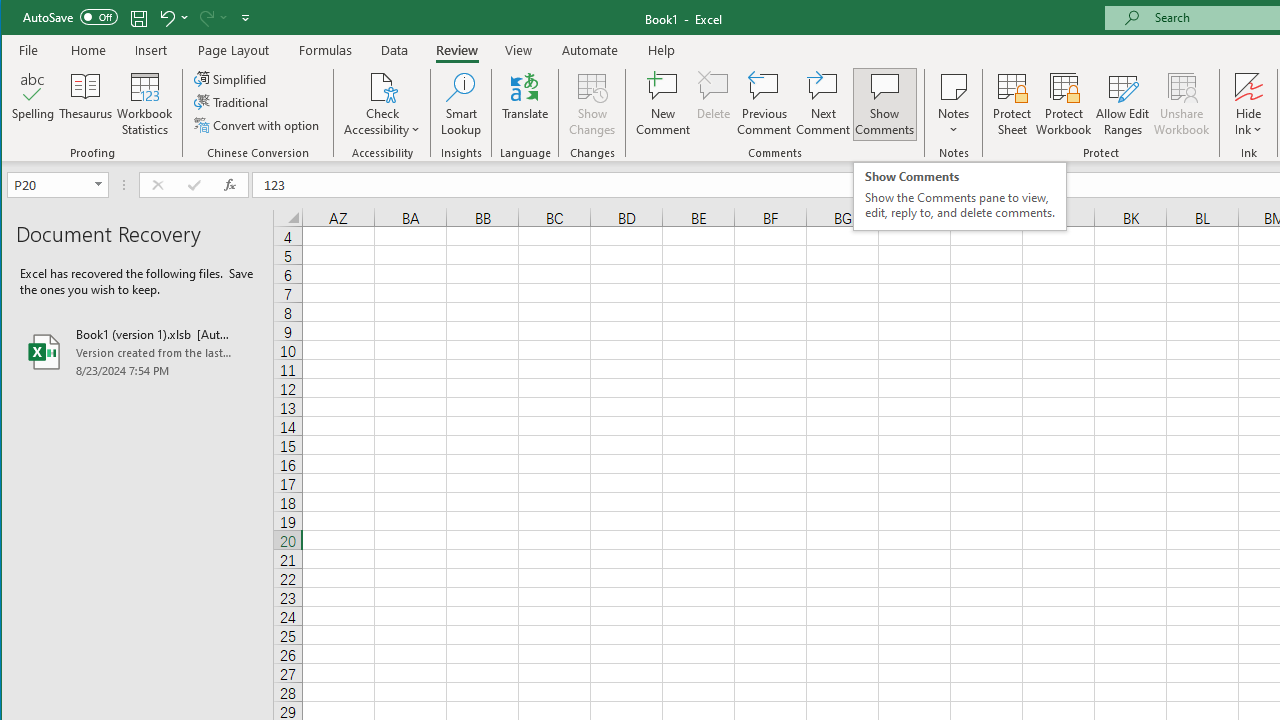 Image resolution: width=1280 pixels, height=720 pixels. What do you see at coordinates (883, 104) in the screenshot?
I see `'Show Comments'` at bounding box center [883, 104].